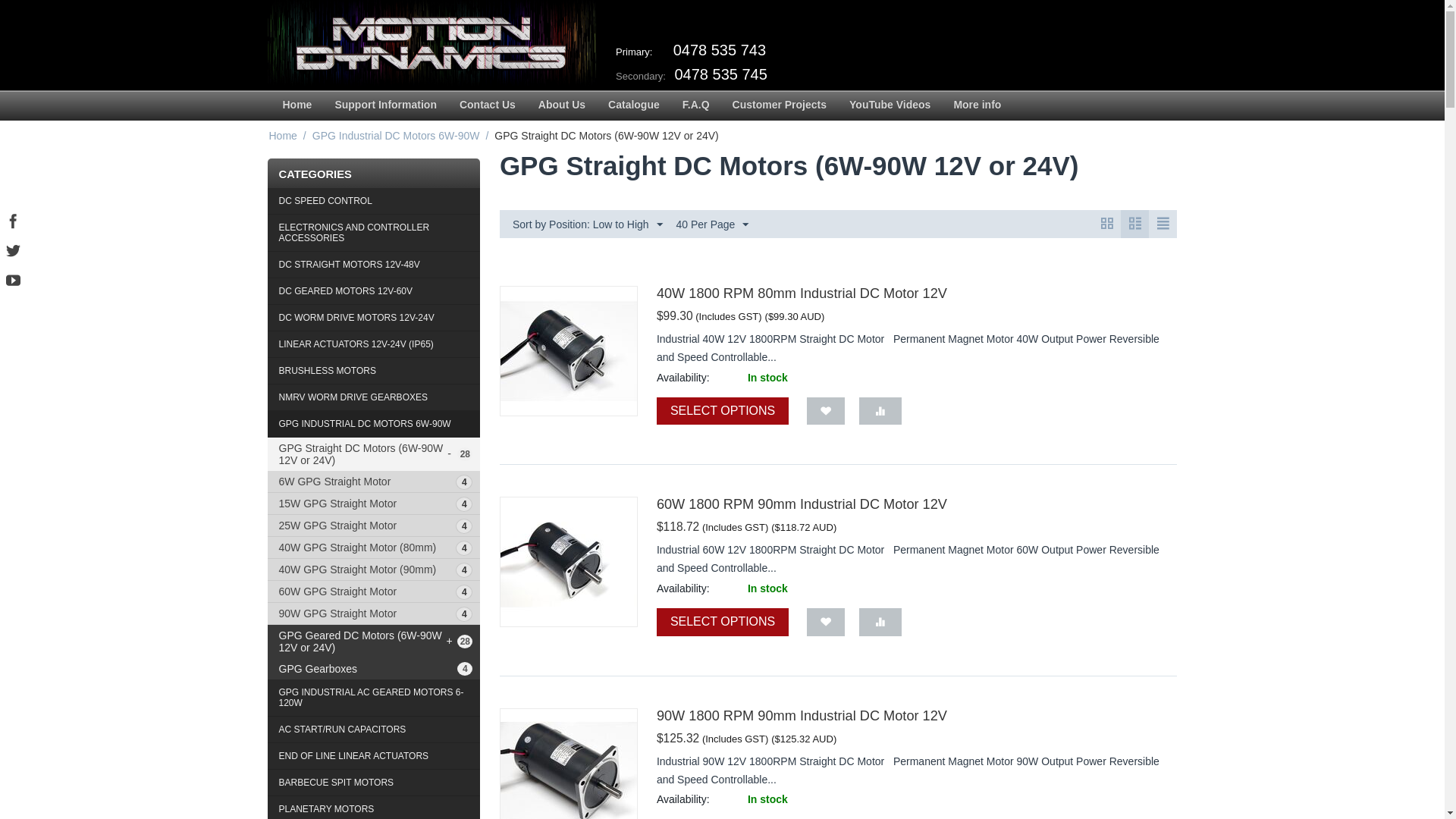  I want to click on '40W GPG Straight Motor (90mm), so click(373, 570).